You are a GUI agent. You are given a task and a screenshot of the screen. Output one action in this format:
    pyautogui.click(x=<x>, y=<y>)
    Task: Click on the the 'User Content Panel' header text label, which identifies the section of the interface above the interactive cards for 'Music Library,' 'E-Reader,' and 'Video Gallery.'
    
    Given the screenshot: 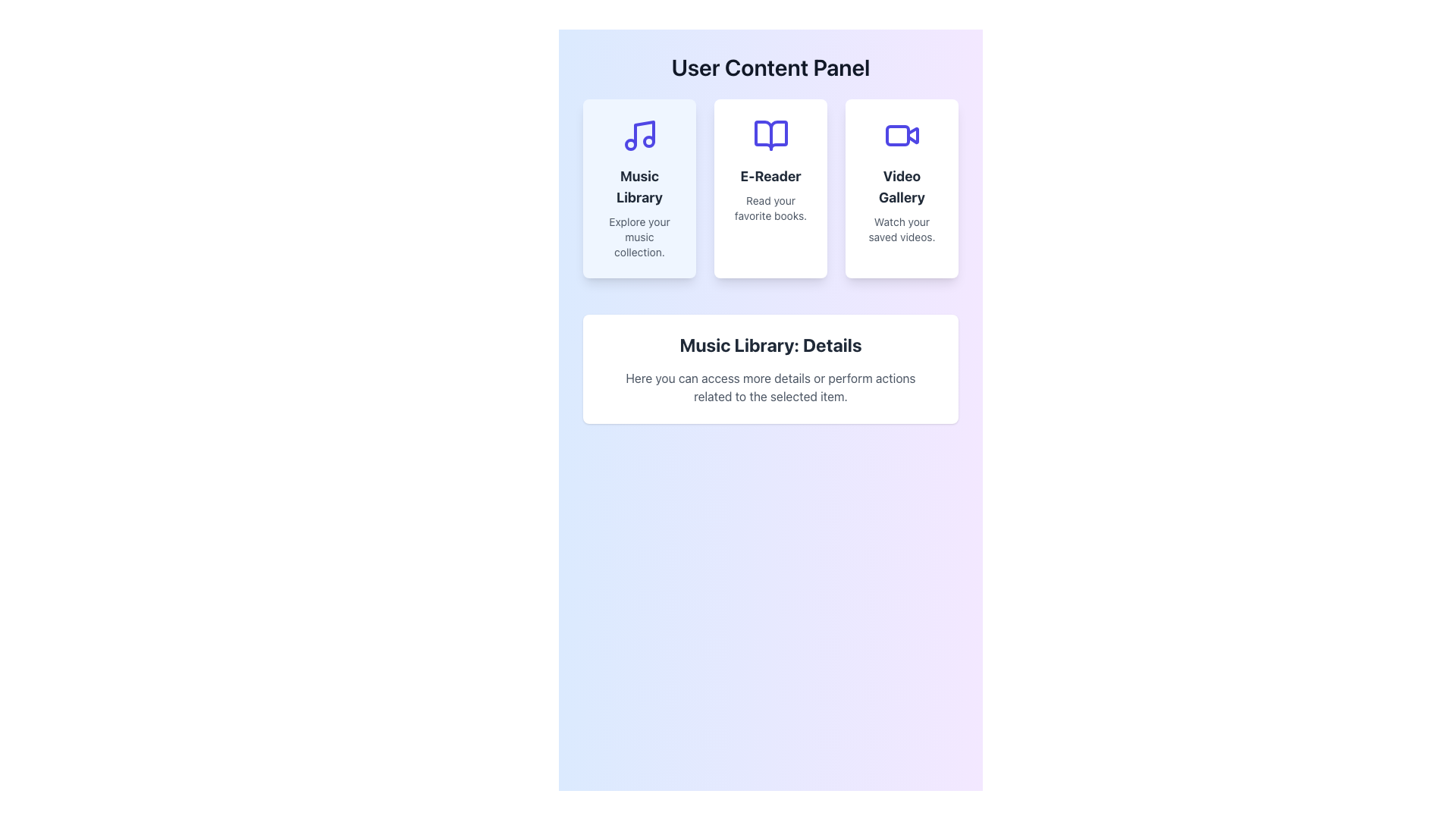 What is the action you would take?
    pyautogui.click(x=770, y=66)
    